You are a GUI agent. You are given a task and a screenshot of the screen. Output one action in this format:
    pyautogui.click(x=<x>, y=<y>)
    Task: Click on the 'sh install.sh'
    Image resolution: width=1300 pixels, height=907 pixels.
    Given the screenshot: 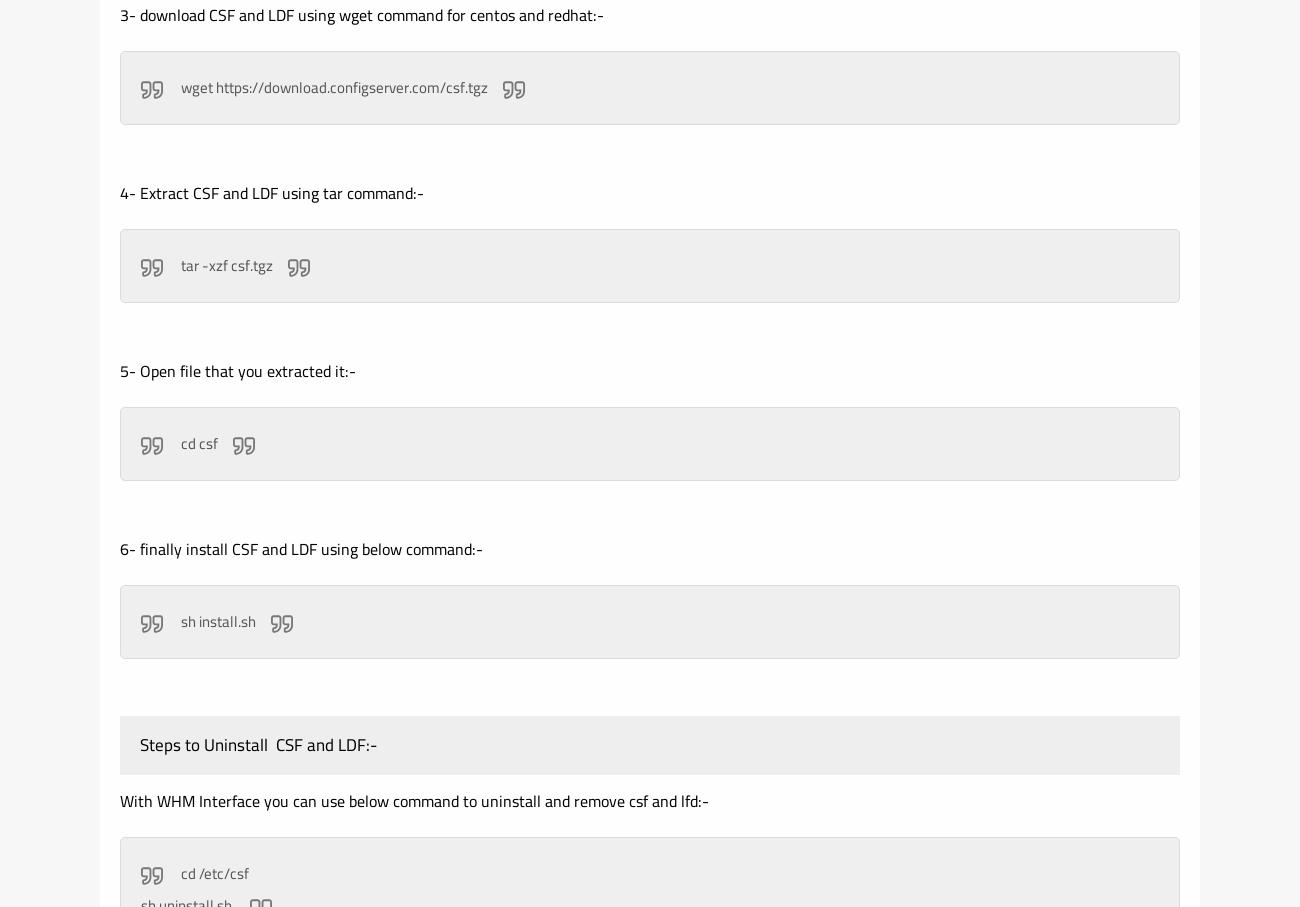 What is the action you would take?
    pyautogui.click(x=216, y=621)
    